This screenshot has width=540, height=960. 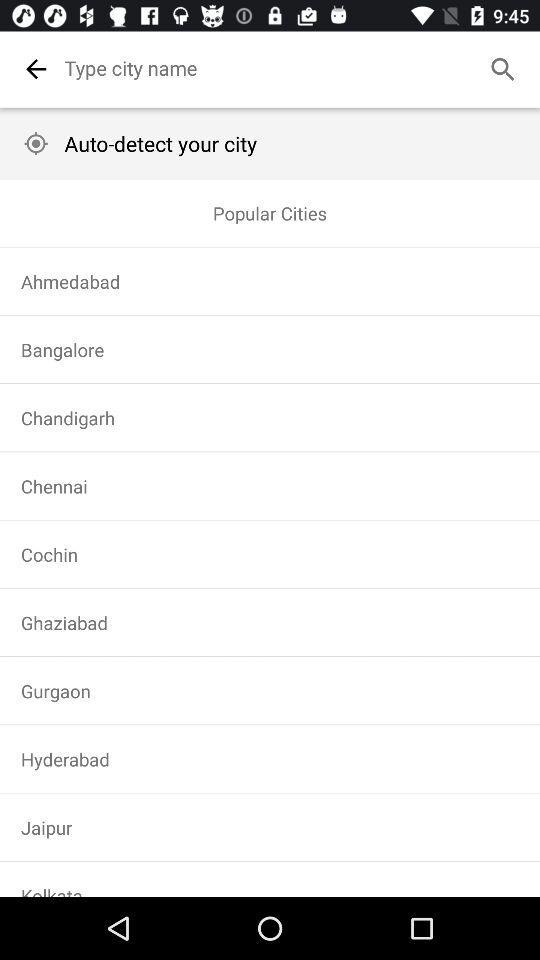 What do you see at coordinates (36, 69) in the screenshot?
I see `the arrow_backward icon` at bounding box center [36, 69].